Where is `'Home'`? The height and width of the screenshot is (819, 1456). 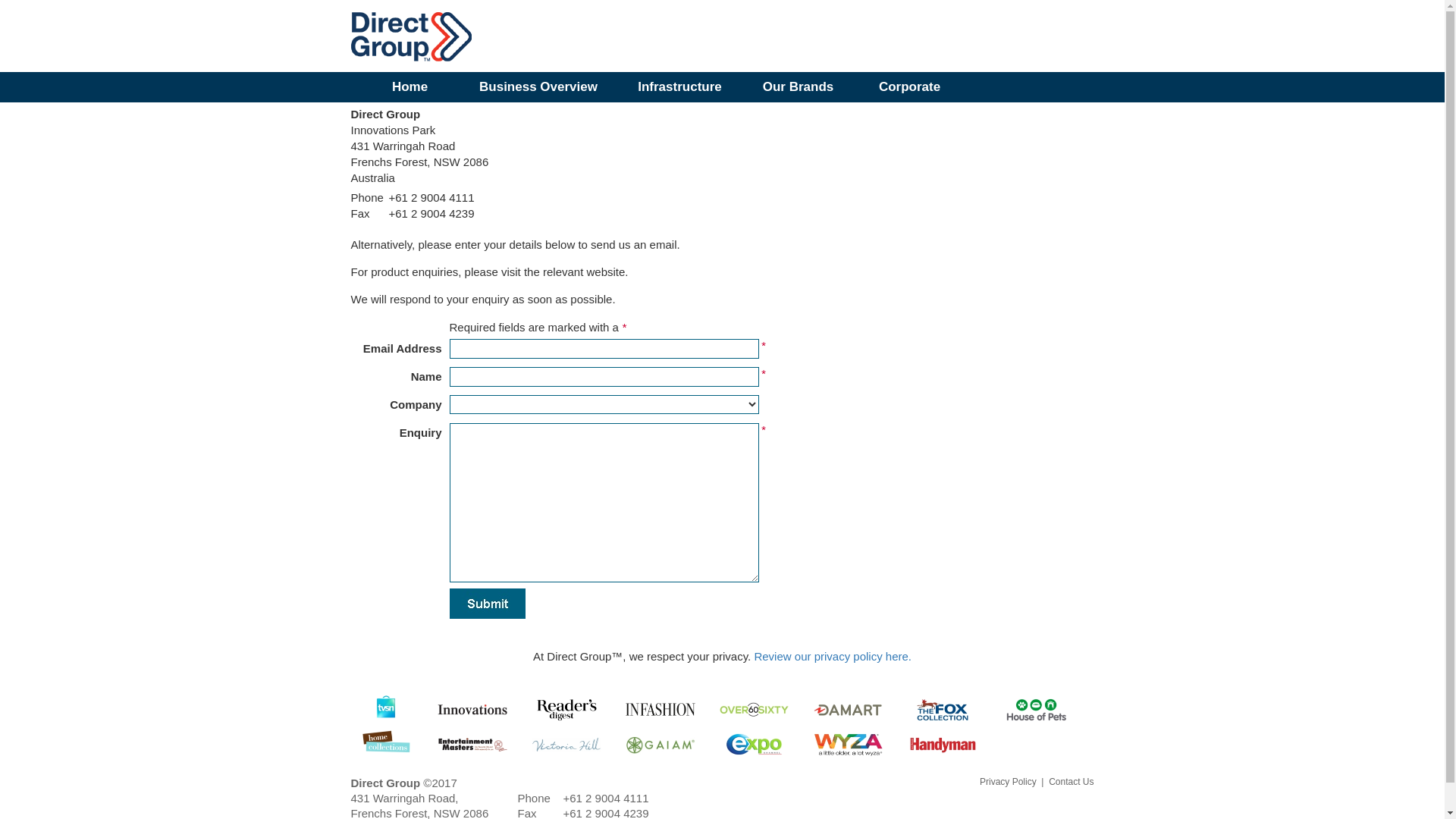 'Home' is located at coordinates (409, 87).